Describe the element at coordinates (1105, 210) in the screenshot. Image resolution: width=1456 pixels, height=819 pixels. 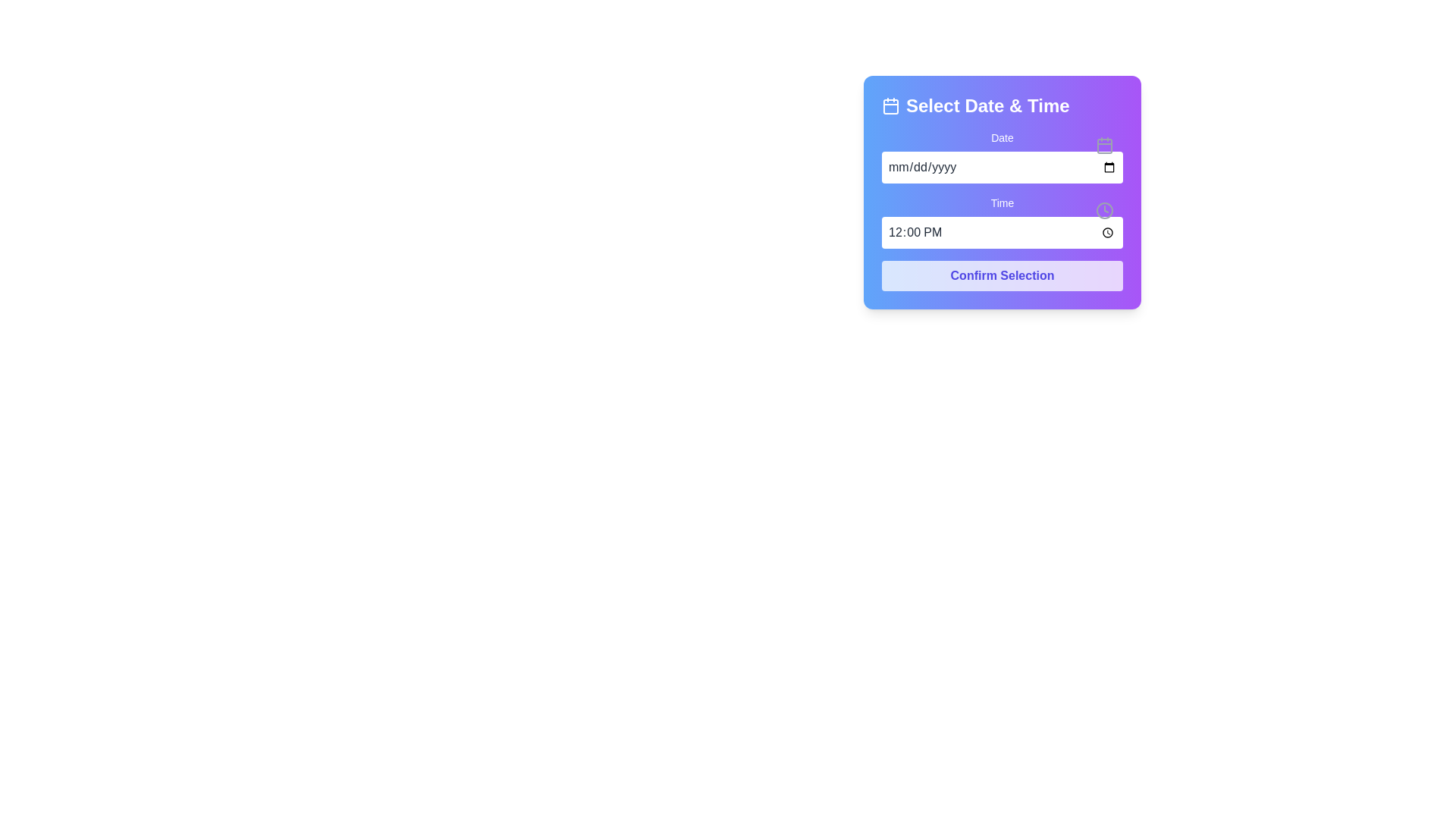
I see `the clock icon, which is an outline-style icon located at the right edge of the 'Time' input field, aligned vertically with the input's center` at that location.